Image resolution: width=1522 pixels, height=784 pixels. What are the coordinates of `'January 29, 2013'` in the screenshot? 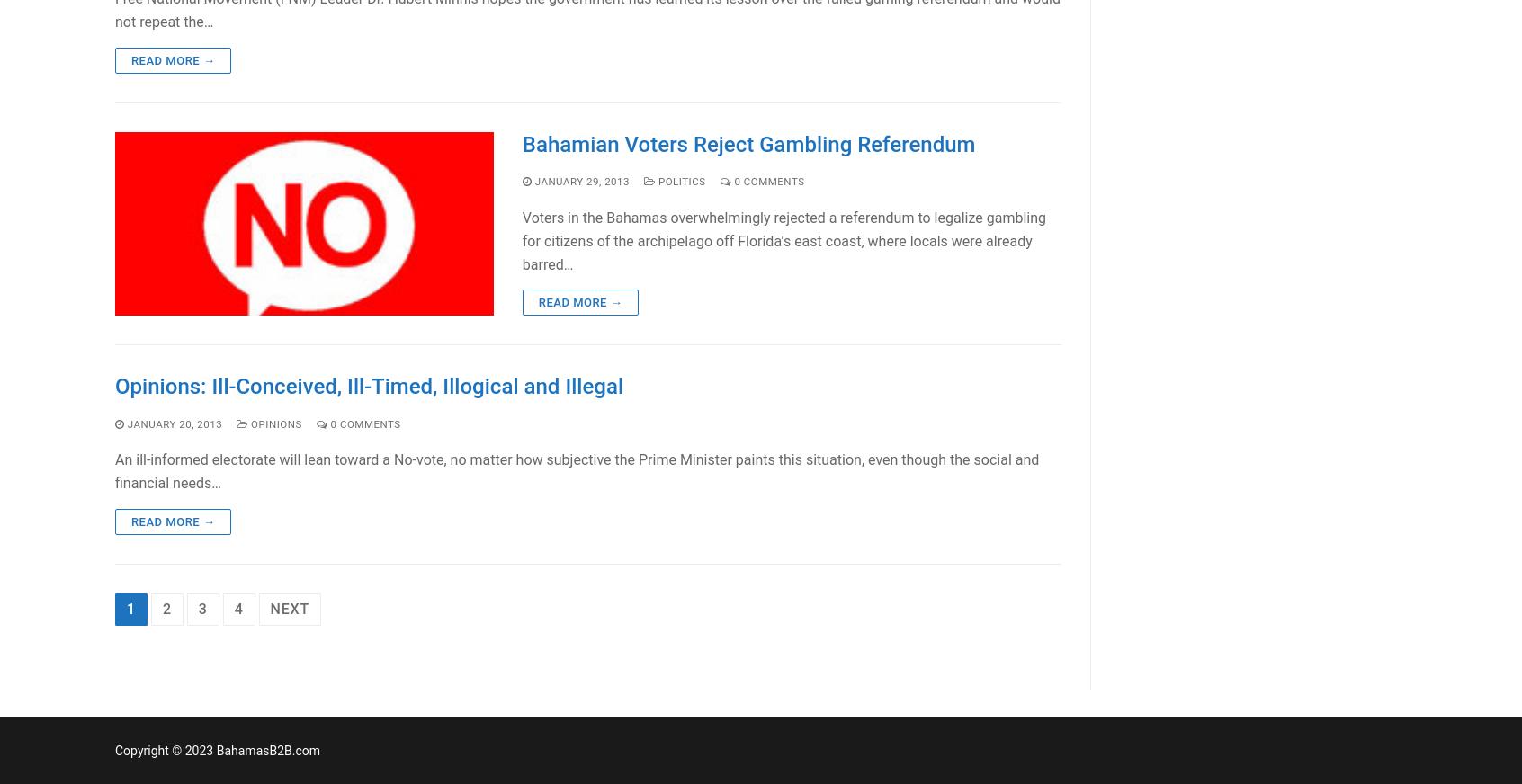 It's located at (582, 180).